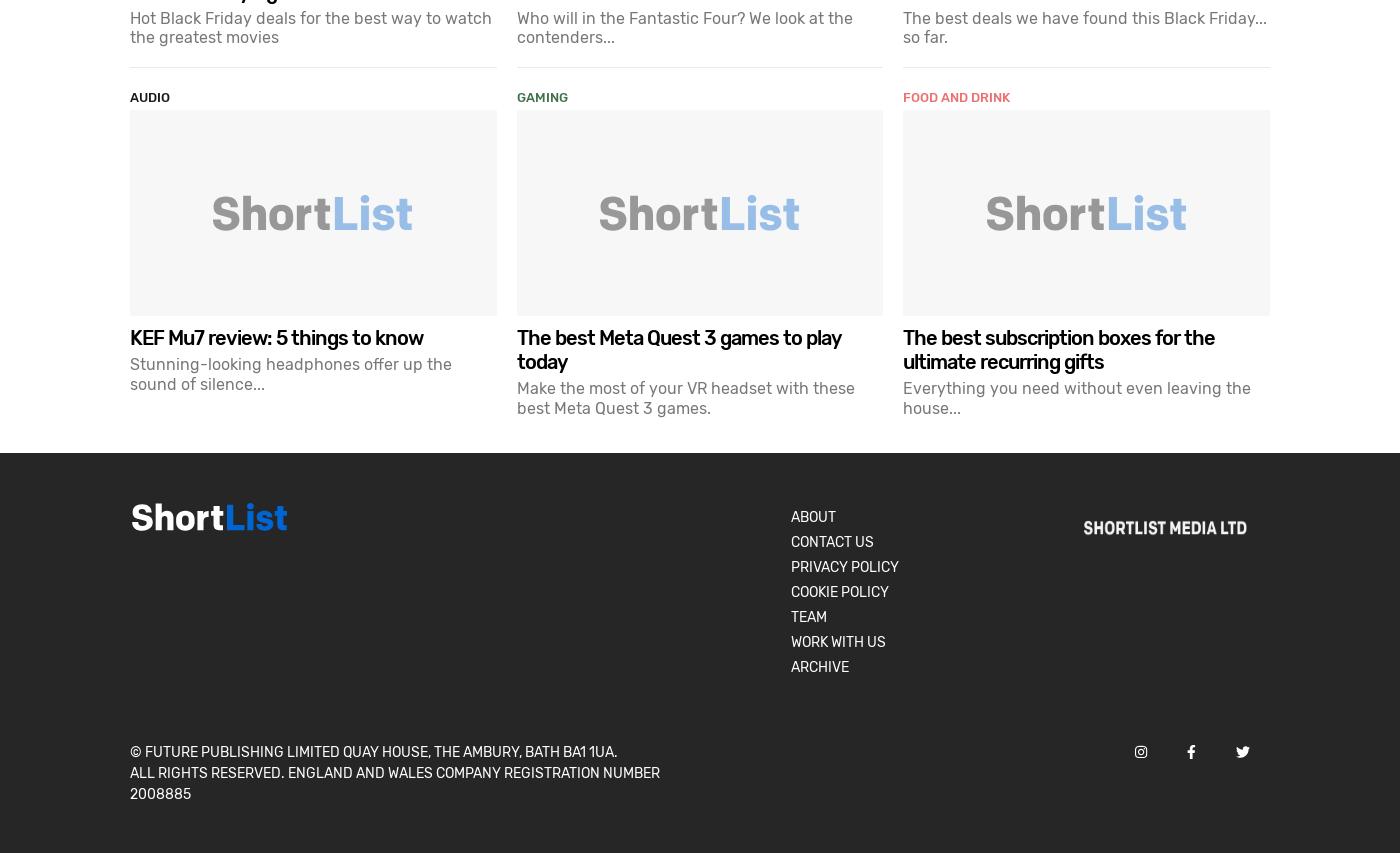 This screenshot has width=1400, height=853. Describe the element at coordinates (678, 348) in the screenshot. I see `'The best Meta Quest 3 games to play today'` at that location.